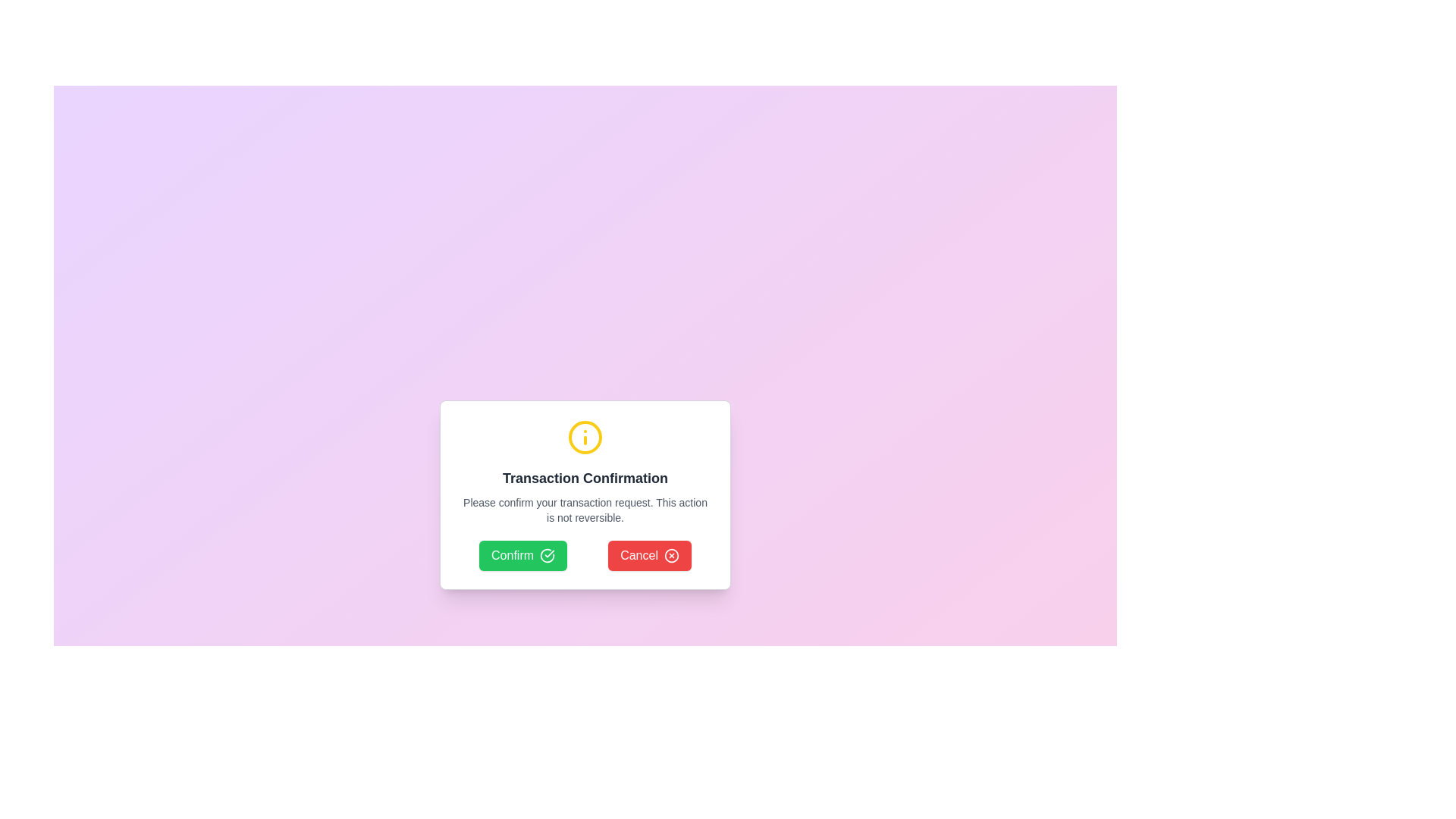 This screenshot has height=819, width=1456. I want to click on the non-interactive message informing the user about the irreversibility of the requested transaction, located in the 'Transaction Confirmation' dialog window, so click(585, 510).